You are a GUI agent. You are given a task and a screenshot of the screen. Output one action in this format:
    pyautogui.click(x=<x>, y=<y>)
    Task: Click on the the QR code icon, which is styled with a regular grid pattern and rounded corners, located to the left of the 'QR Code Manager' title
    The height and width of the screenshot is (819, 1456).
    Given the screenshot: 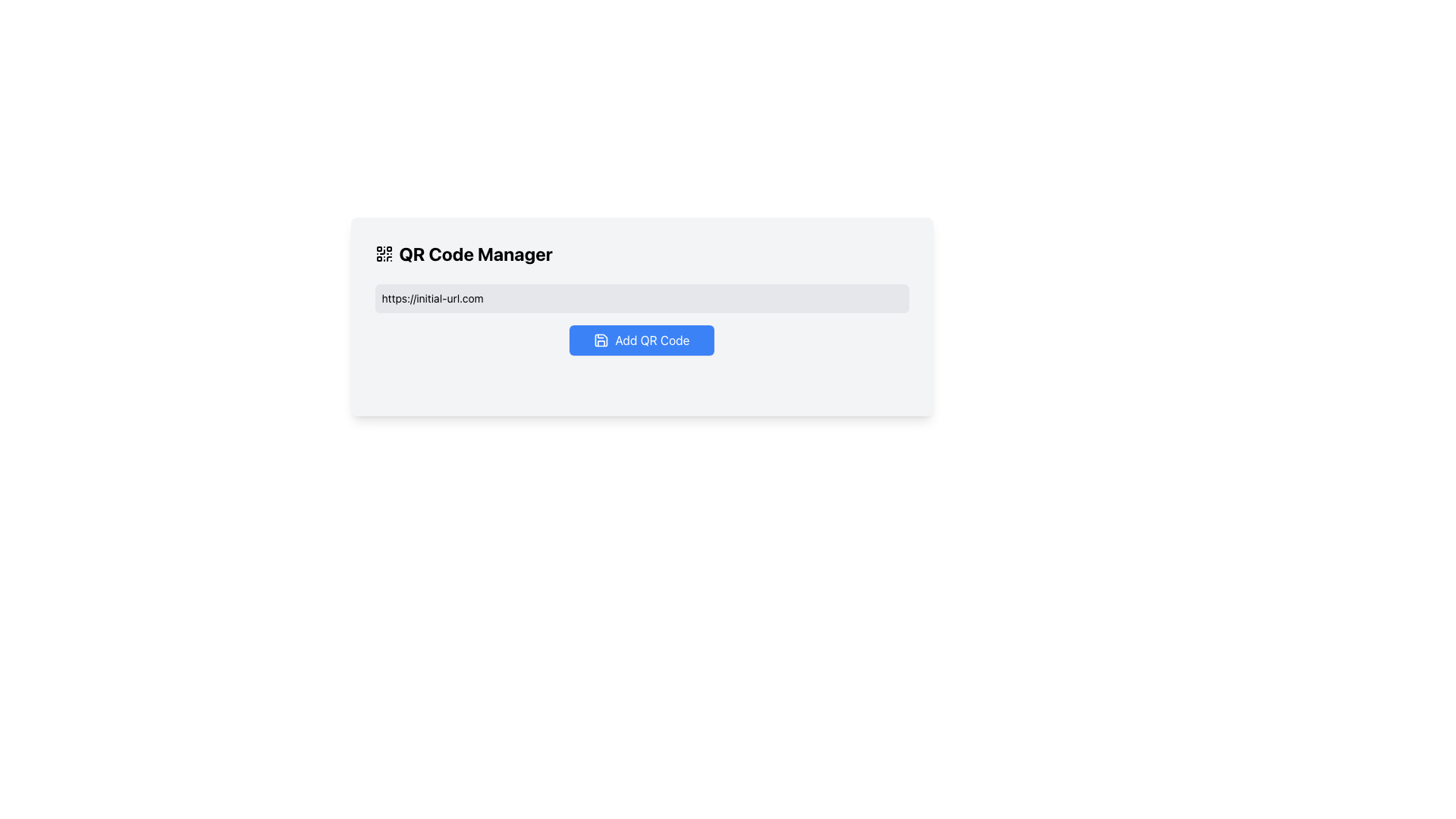 What is the action you would take?
    pyautogui.click(x=384, y=253)
    